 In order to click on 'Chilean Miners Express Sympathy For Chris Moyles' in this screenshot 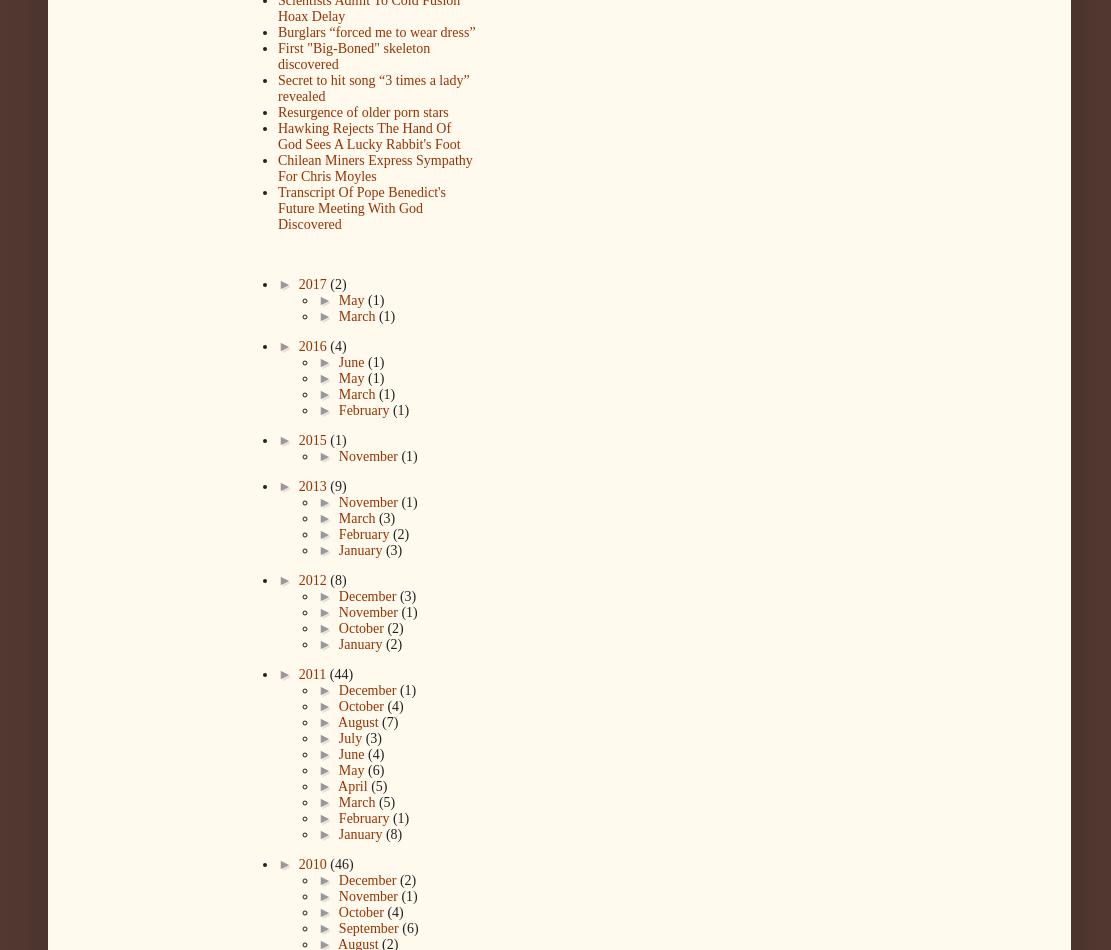, I will do `click(374, 168)`.